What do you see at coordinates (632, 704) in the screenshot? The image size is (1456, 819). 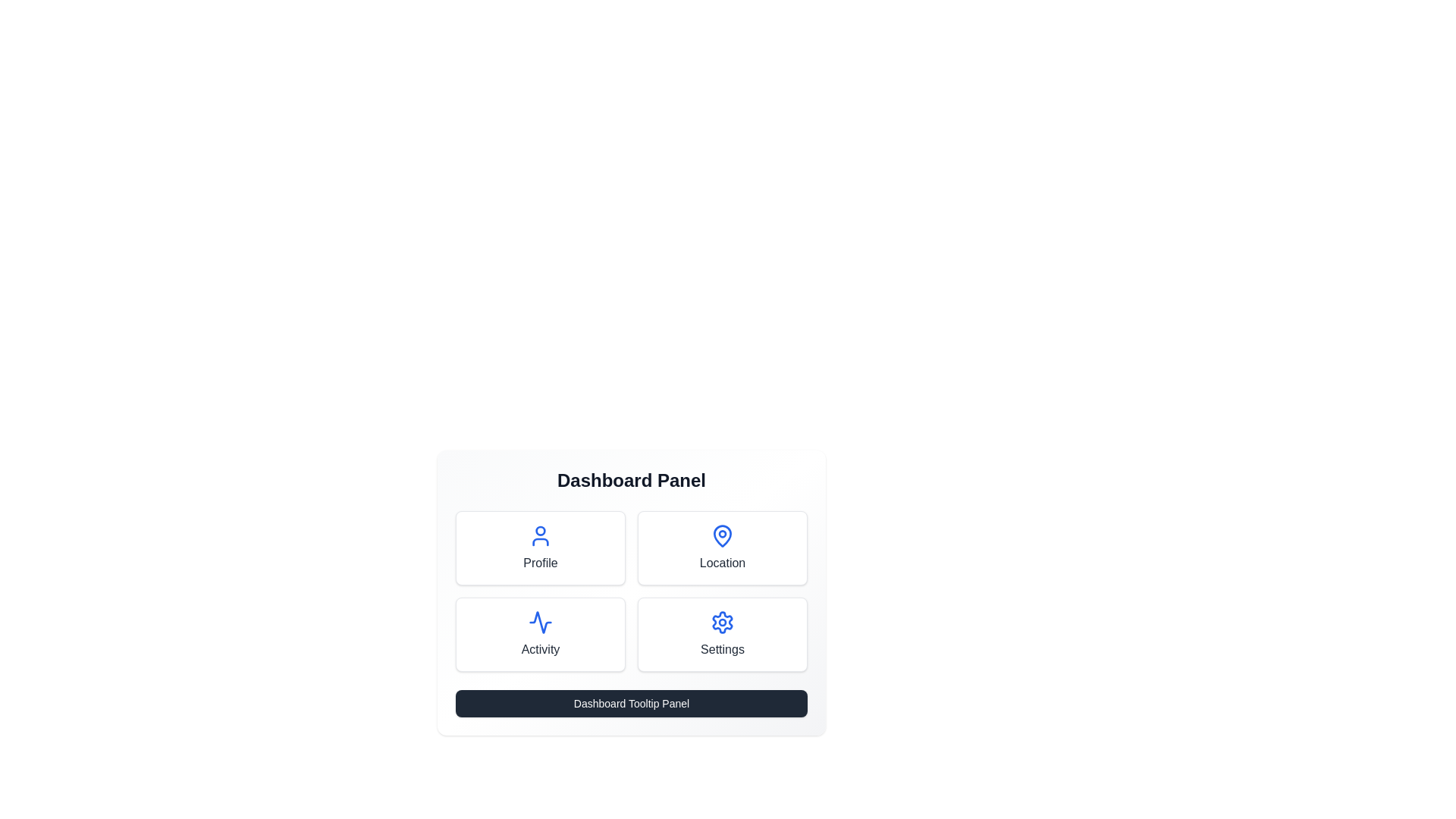 I see `the static informational panel located at the bottom of the dashboard, below the Profile, Location, Activity, and Settings buttons` at bounding box center [632, 704].